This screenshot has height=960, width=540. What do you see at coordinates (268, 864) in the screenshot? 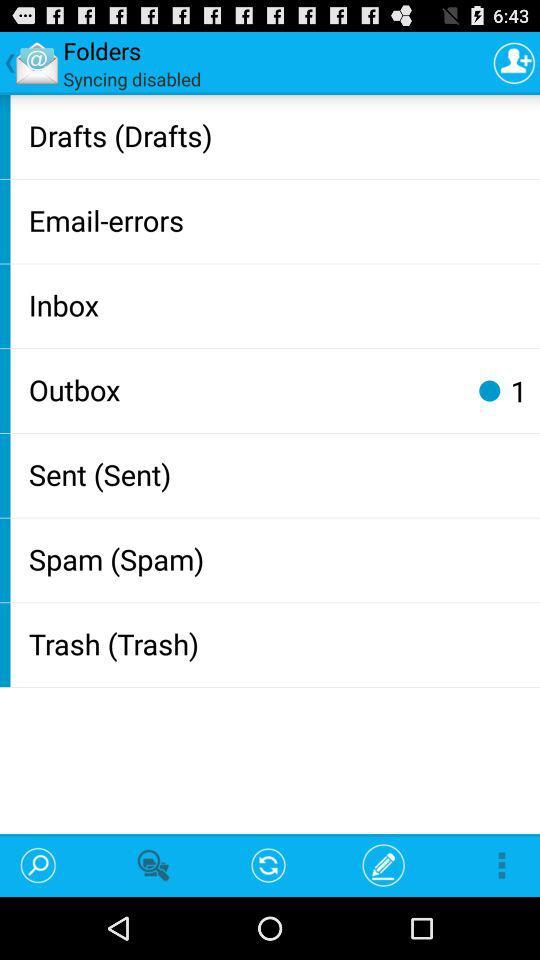
I see `the app below the trash (trash) app` at bounding box center [268, 864].